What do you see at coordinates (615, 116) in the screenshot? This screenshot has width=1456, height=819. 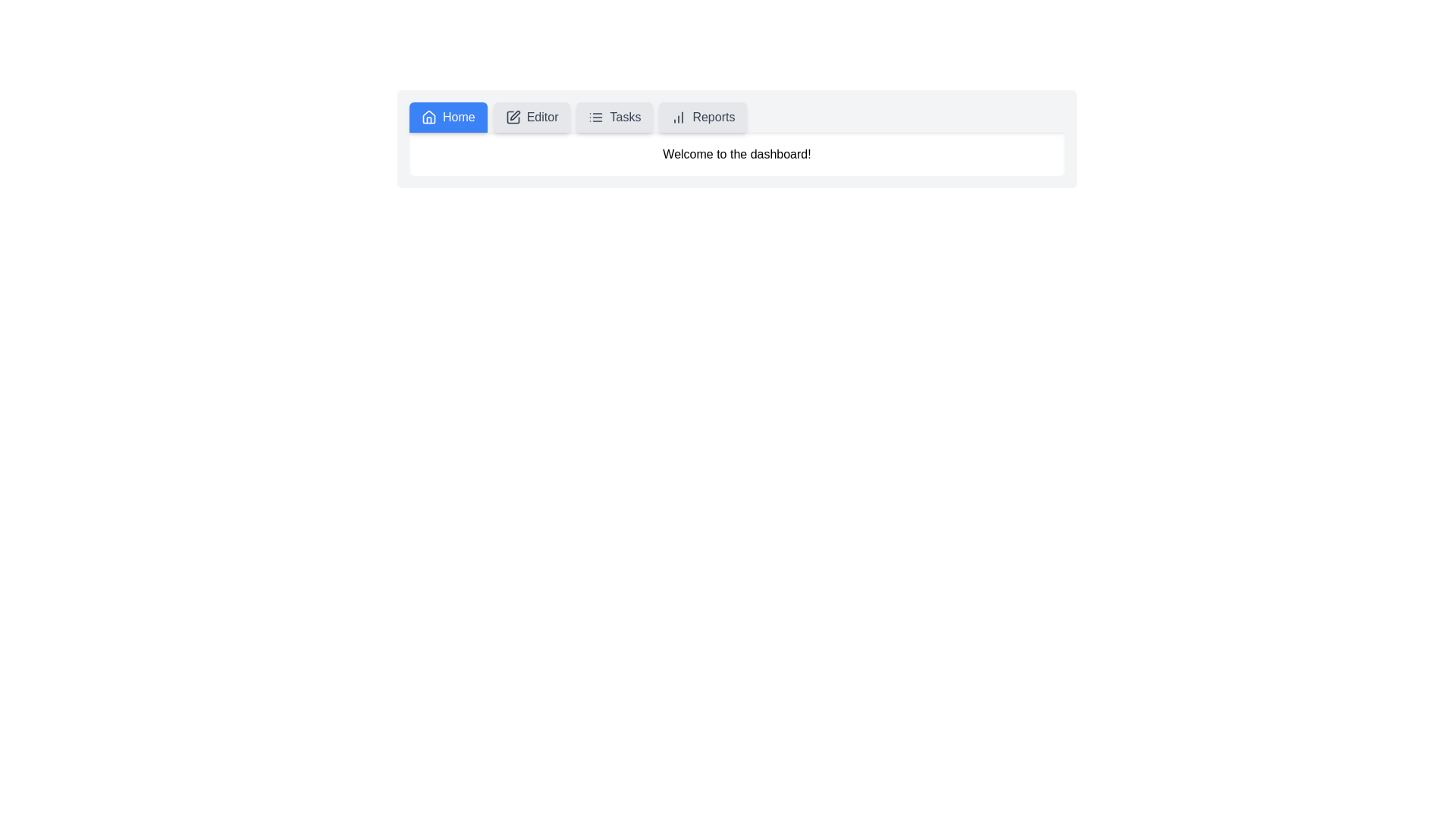 I see `the tab button corresponding to Tasks` at bounding box center [615, 116].